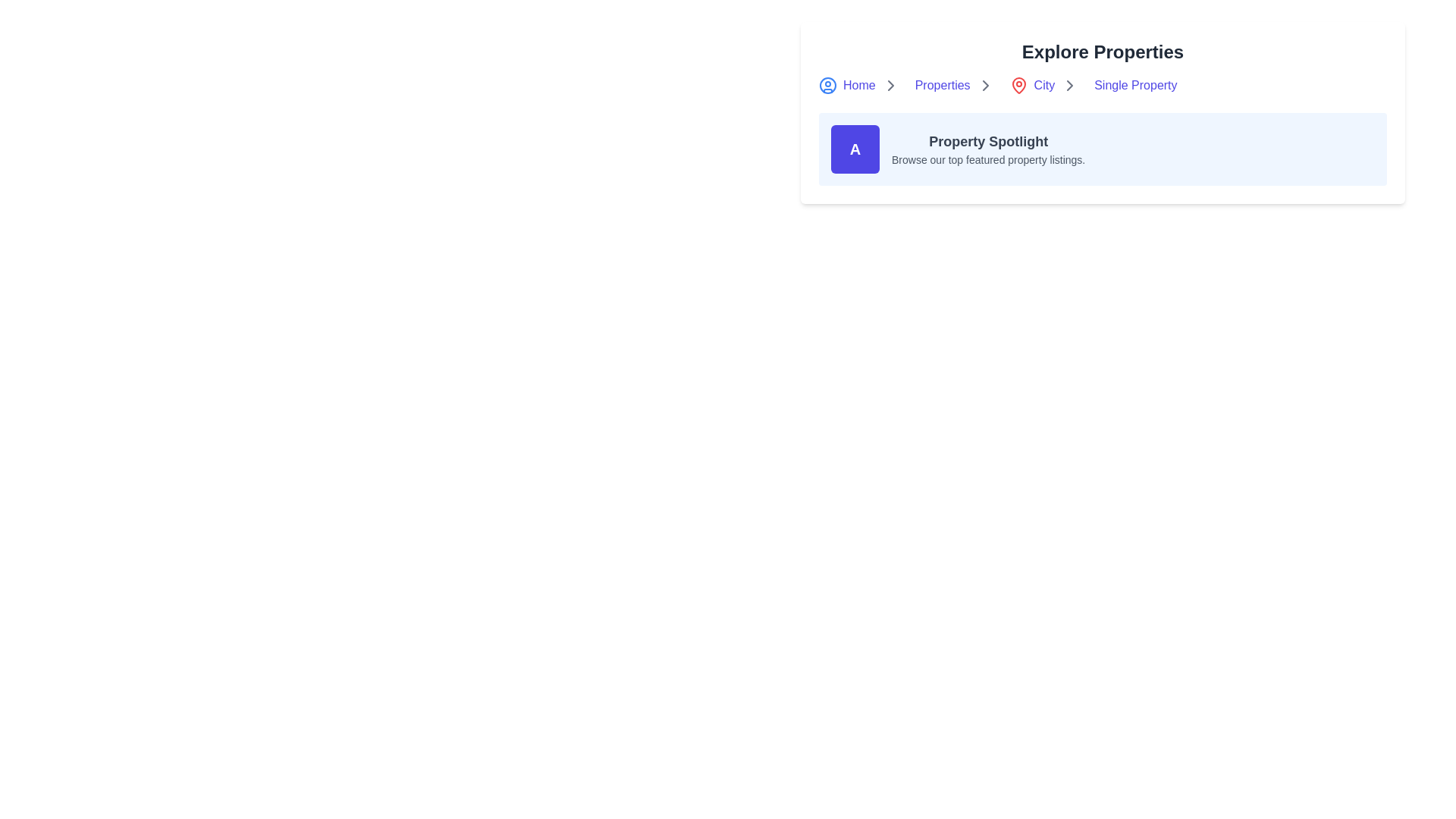 The width and height of the screenshot is (1456, 819). Describe the element at coordinates (1021, 85) in the screenshot. I see `the red map pin icon located to the left of the text 'City' in the breadcrumb navigation bar` at that location.